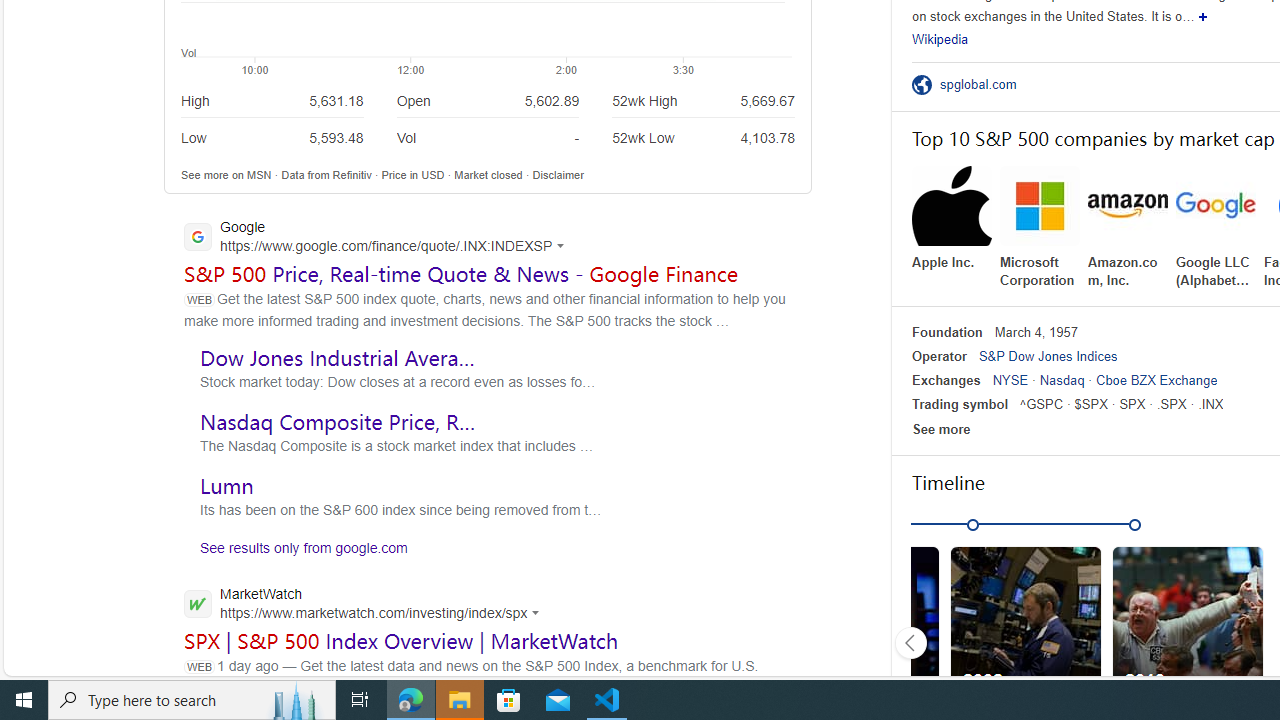  I want to click on 'Class: sp-ofsite', so click(920, 83).